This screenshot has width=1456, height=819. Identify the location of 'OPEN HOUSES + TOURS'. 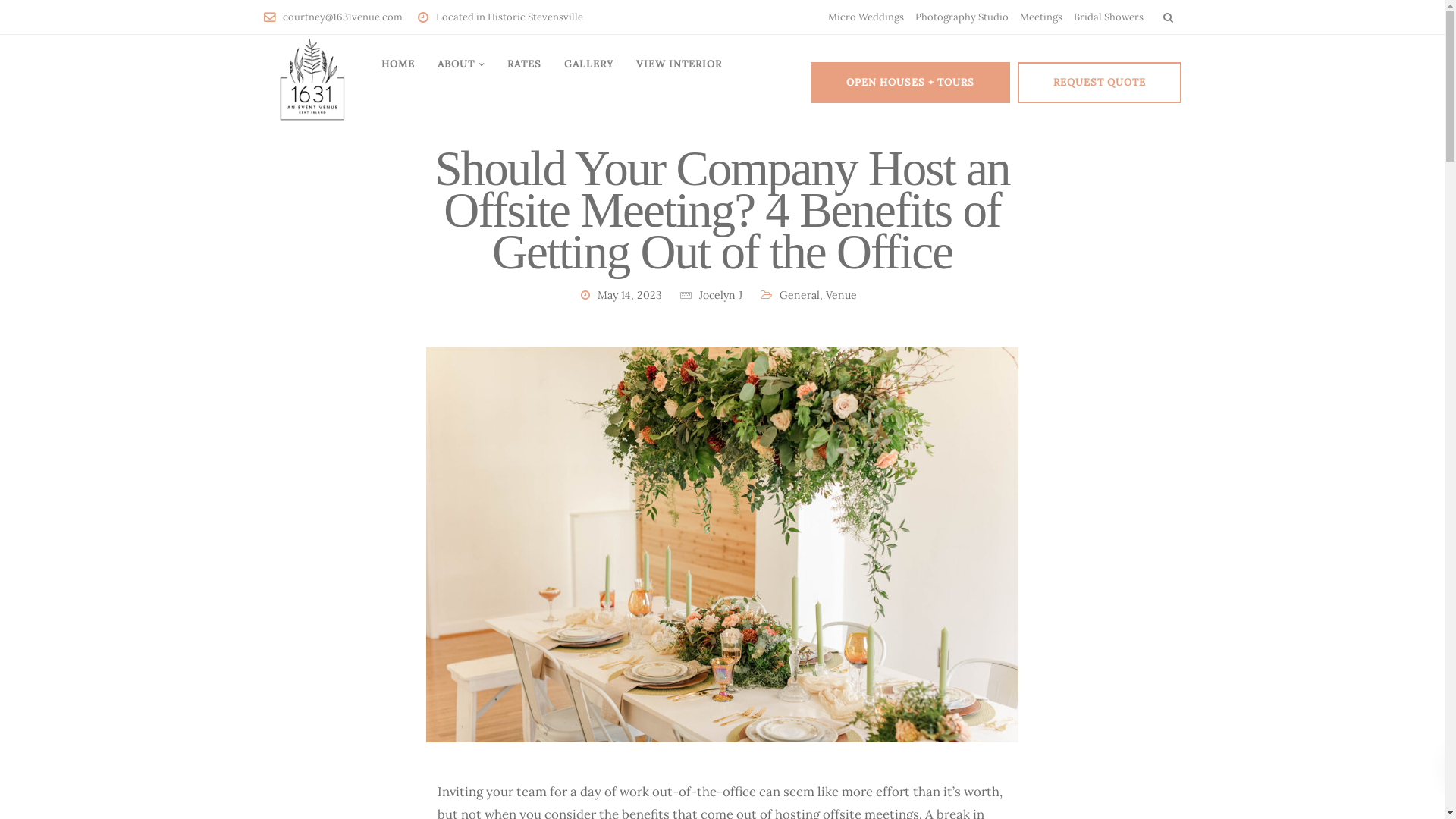
(909, 82).